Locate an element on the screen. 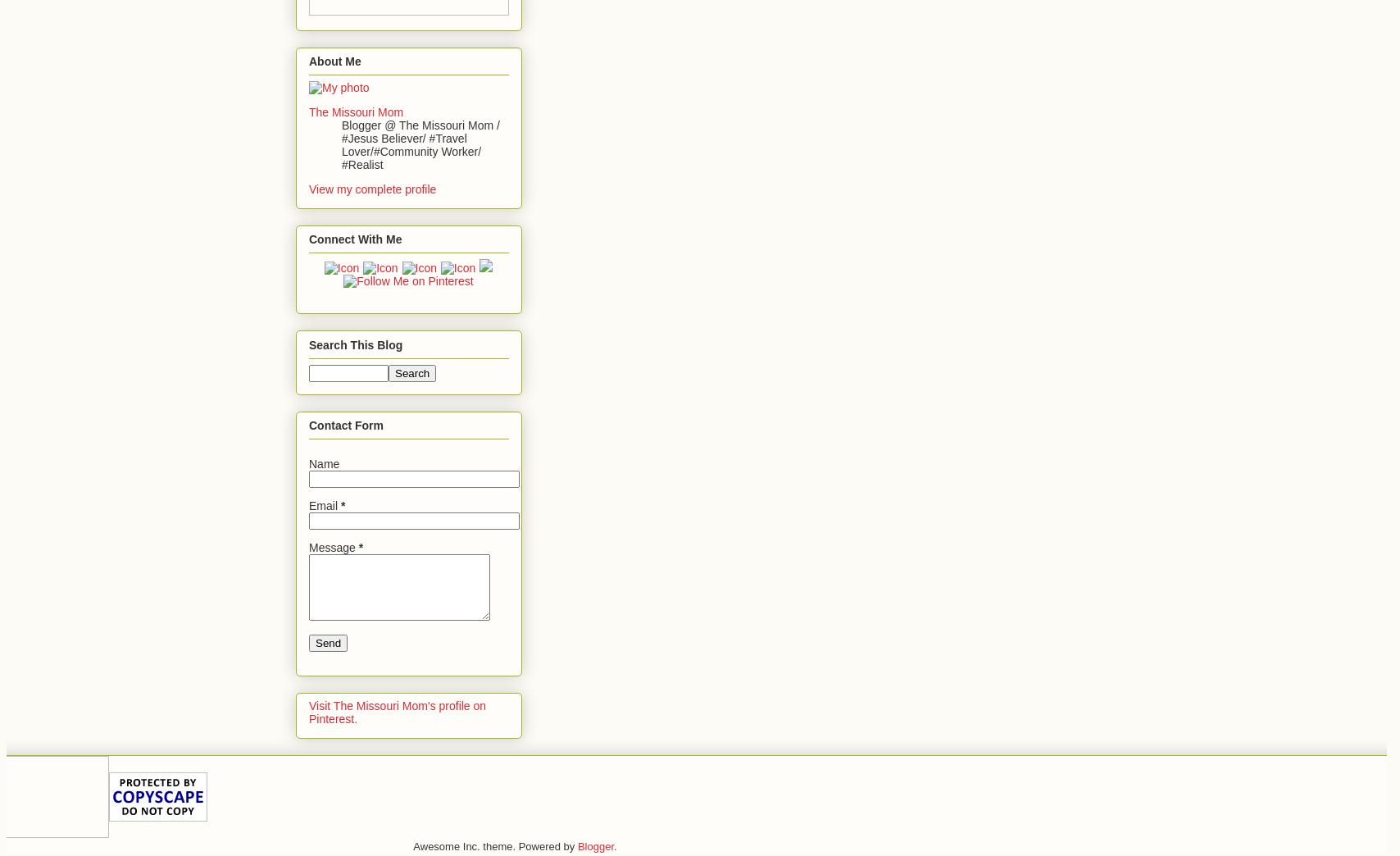 This screenshot has width=1400, height=856. 'Message' is located at coordinates (334, 546).